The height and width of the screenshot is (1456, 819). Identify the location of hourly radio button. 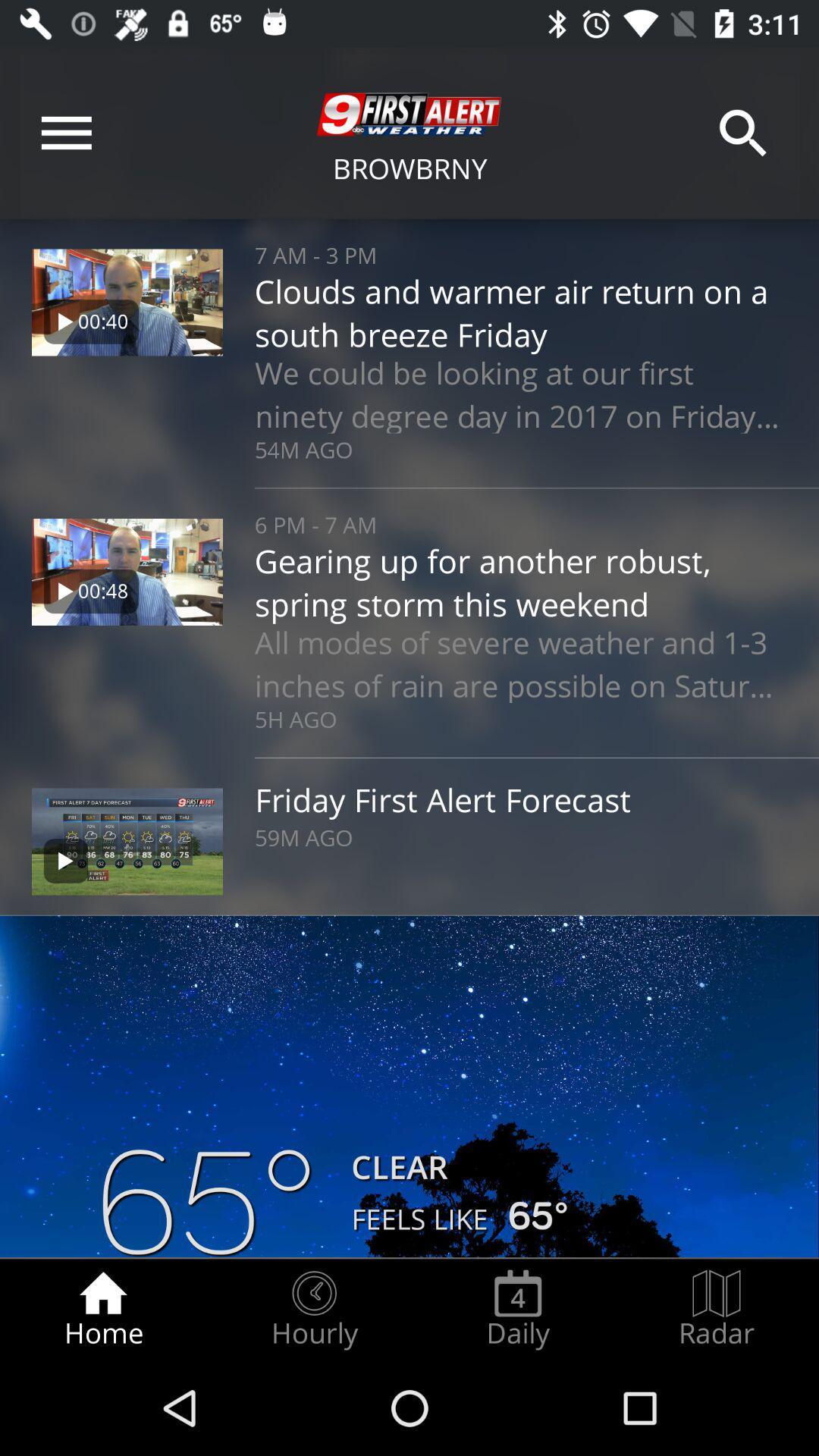
(313, 1309).